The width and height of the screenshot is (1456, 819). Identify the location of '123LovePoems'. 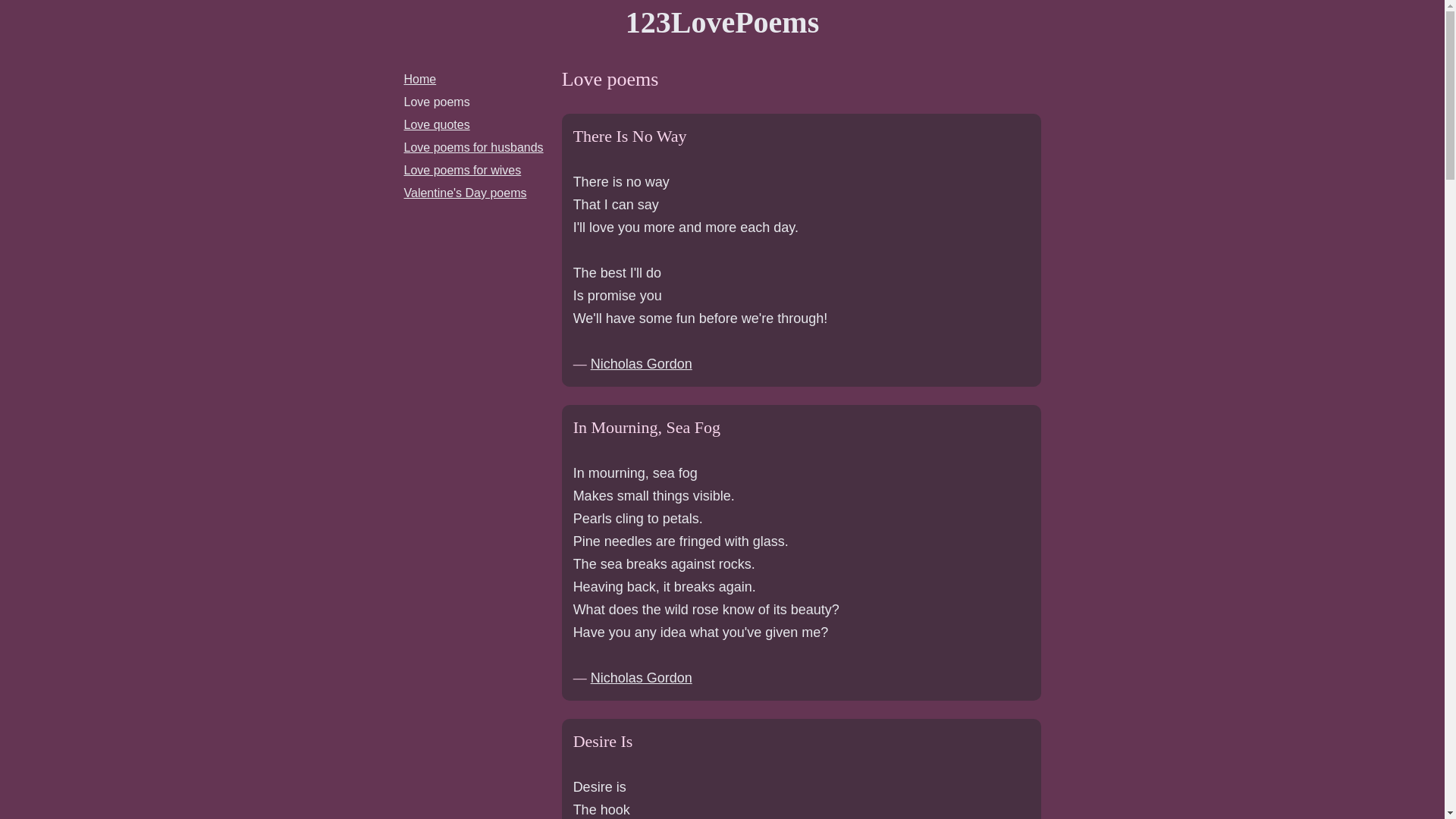
(722, 22).